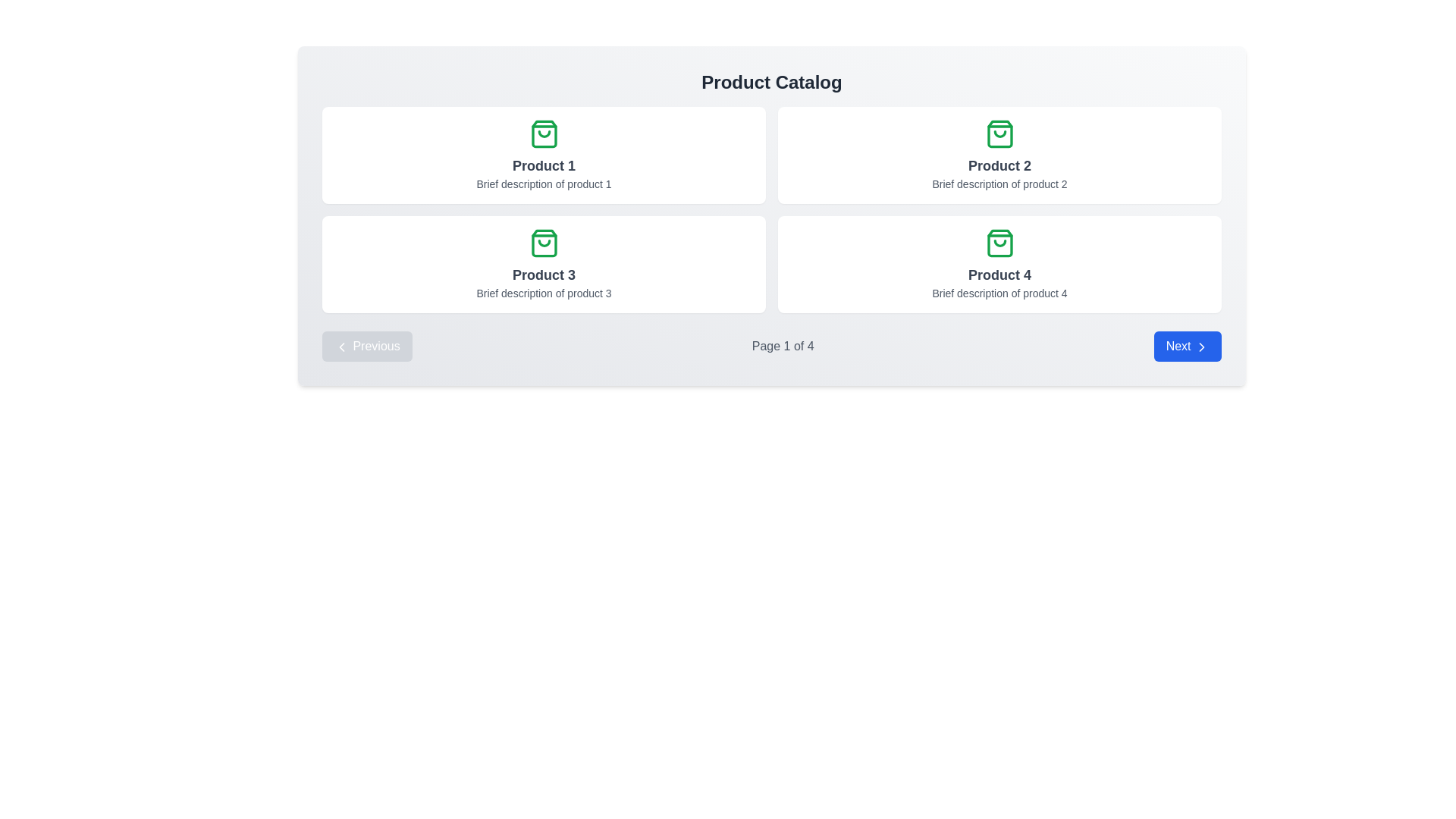  I want to click on text of the label displaying 'Product 2' located in the top-right card of the product listing interface, centered below the green shopping bag icon, so click(999, 166).